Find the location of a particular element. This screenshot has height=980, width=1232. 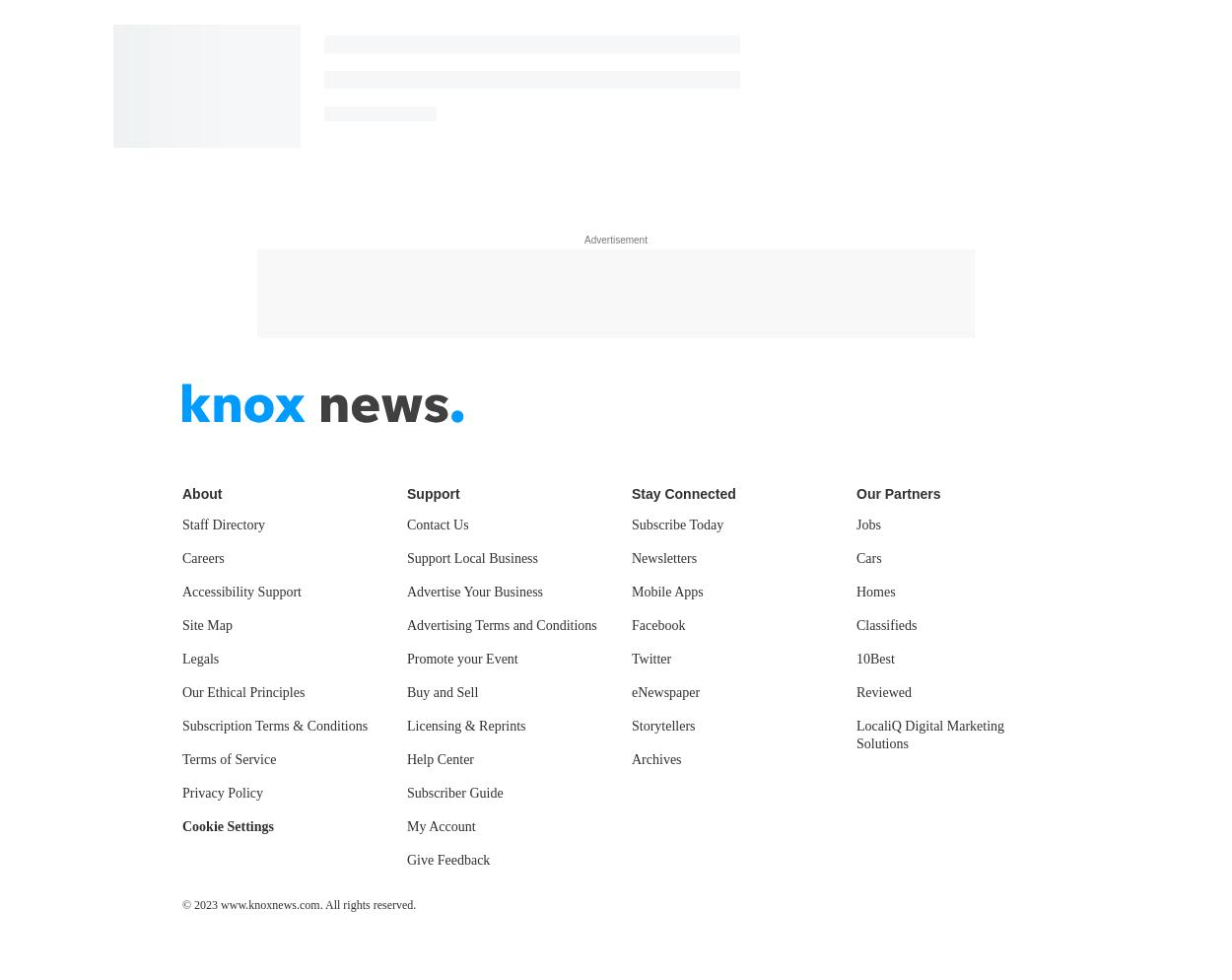

'Accessibility Support' is located at coordinates (240, 591).